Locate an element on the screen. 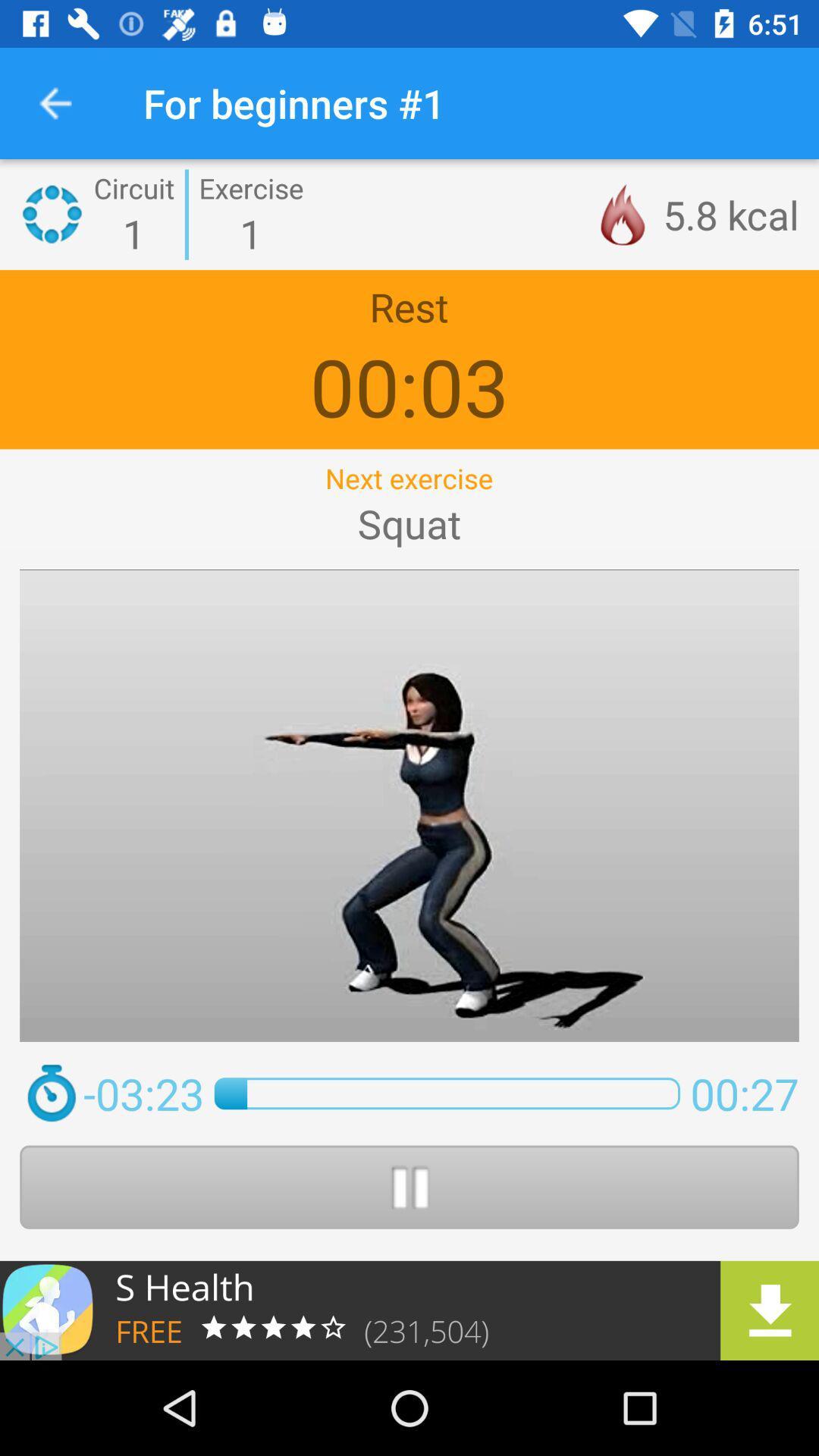  download the application is located at coordinates (409, 1310).